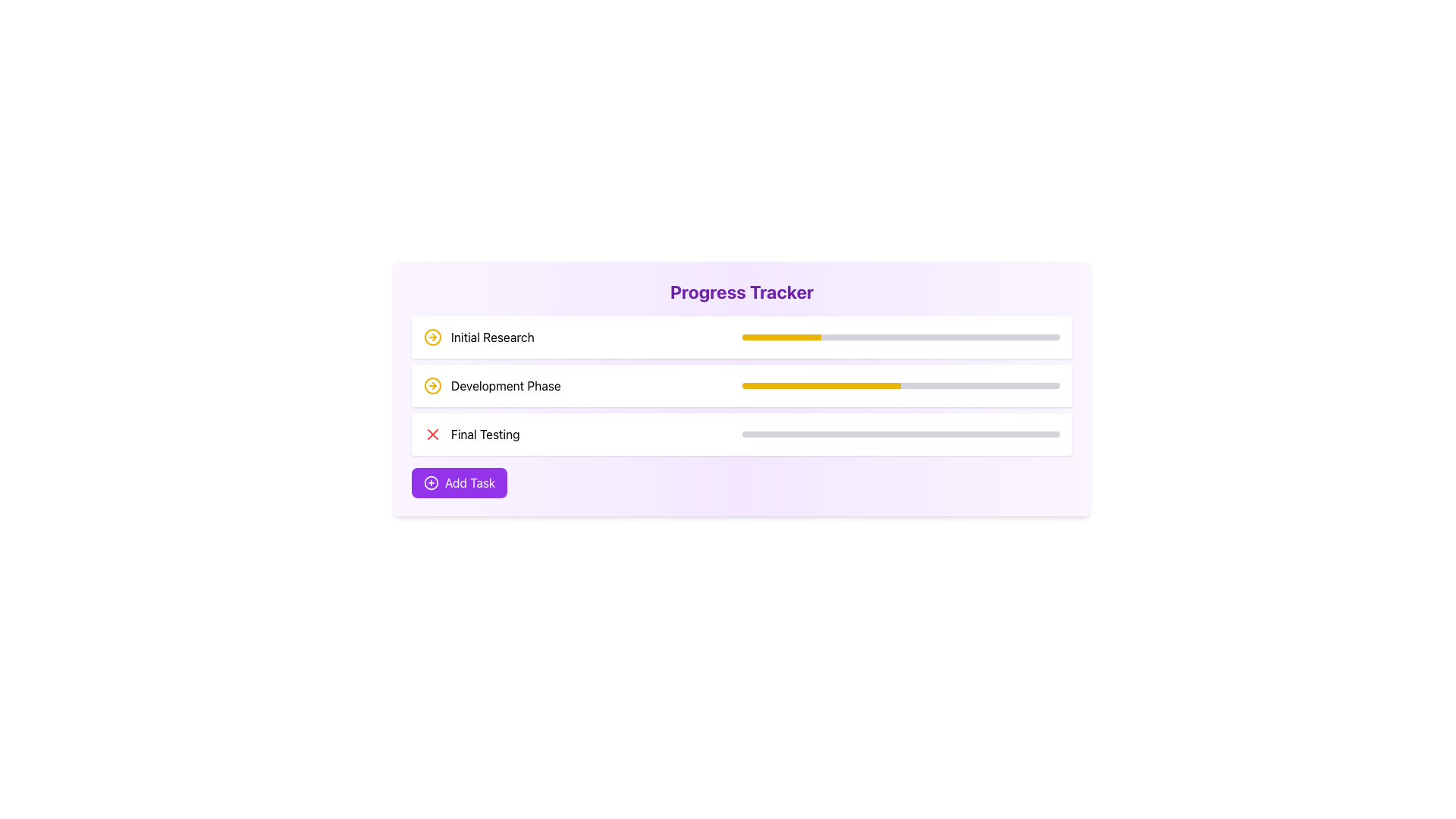 The width and height of the screenshot is (1456, 819). I want to click on the second task labeled within the 'Progress Tracker' interface, which is positioned between 'Initial Research' and 'Final Testing', so click(492, 385).